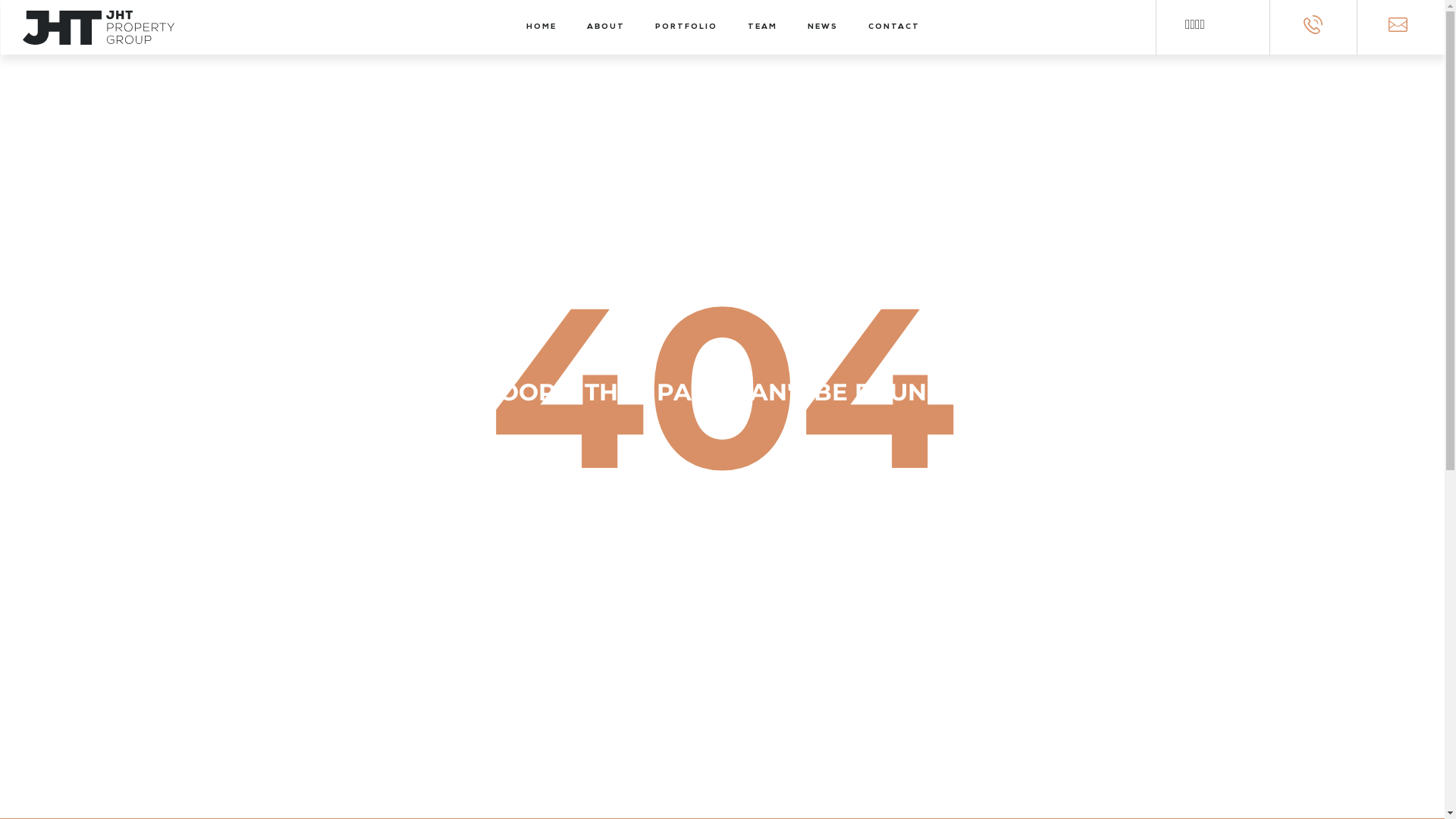  I want to click on 'TEAM', so click(762, 27).